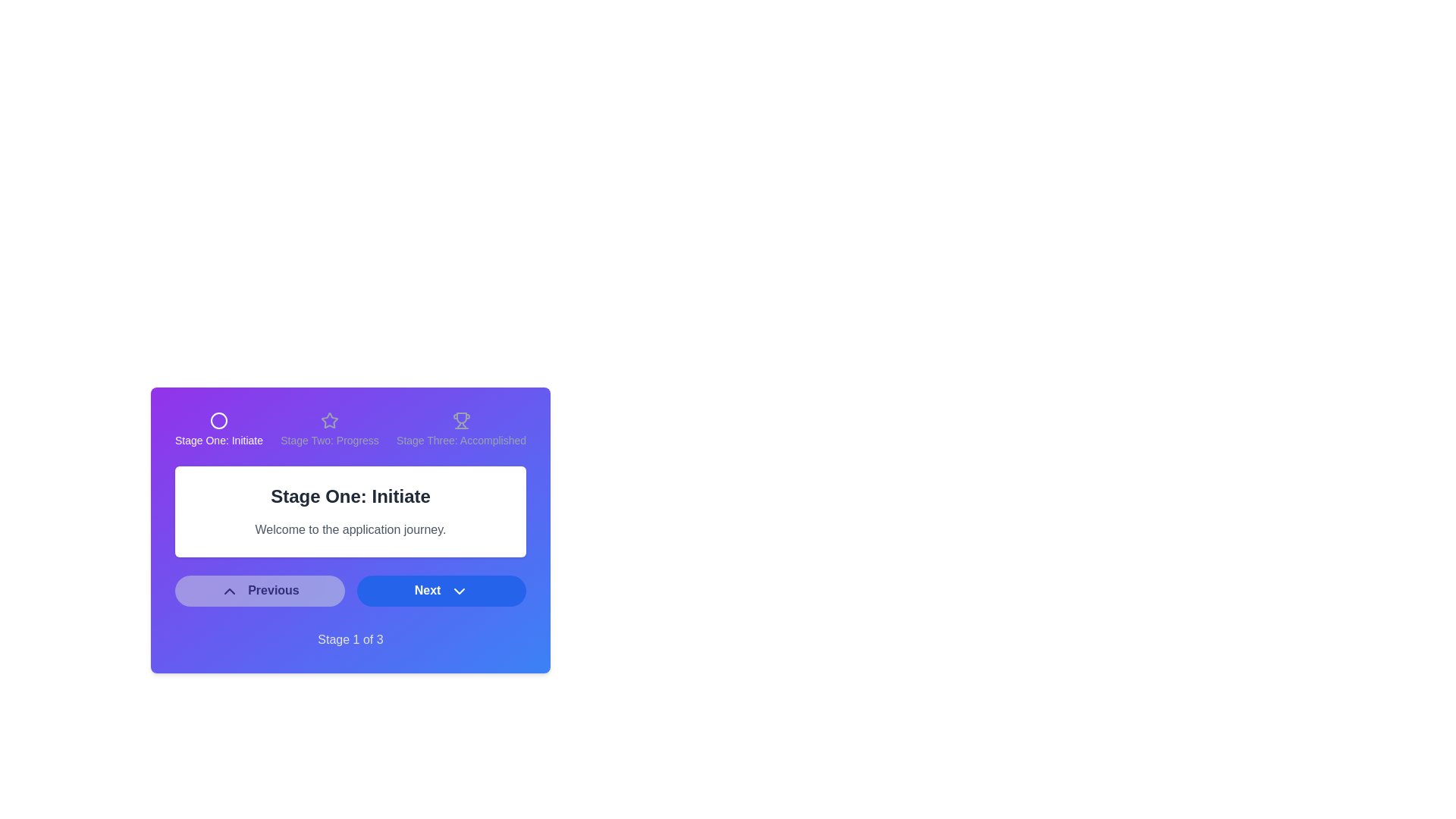 Image resolution: width=1456 pixels, height=819 pixels. Describe the element at coordinates (441, 590) in the screenshot. I see `the blue button labeled 'Next' with rounded edges` at that location.